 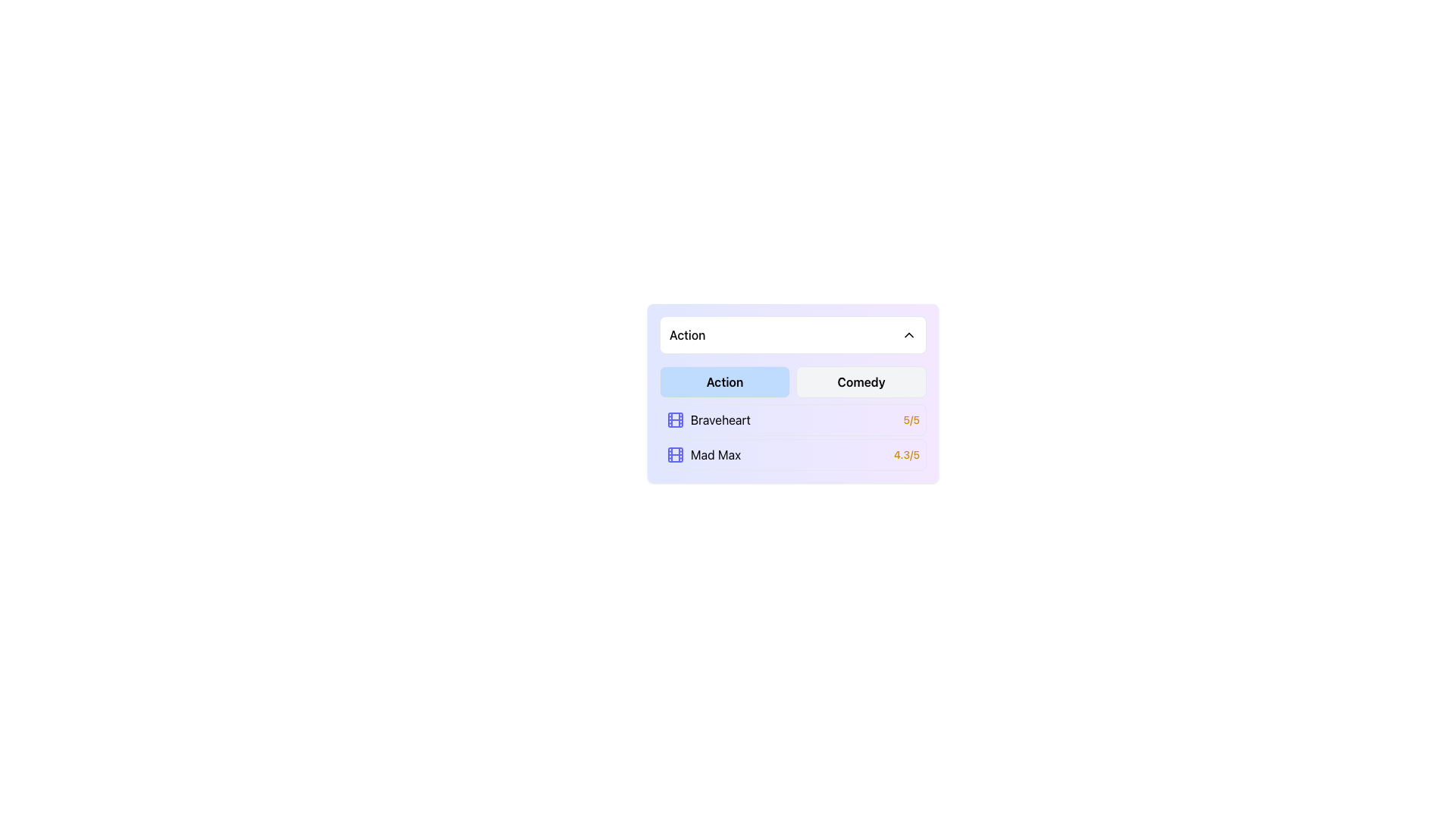 What do you see at coordinates (686, 334) in the screenshot?
I see `the 'Action' label in the dropdown header, which indicates the currently selected category or option` at bounding box center [686, 334].